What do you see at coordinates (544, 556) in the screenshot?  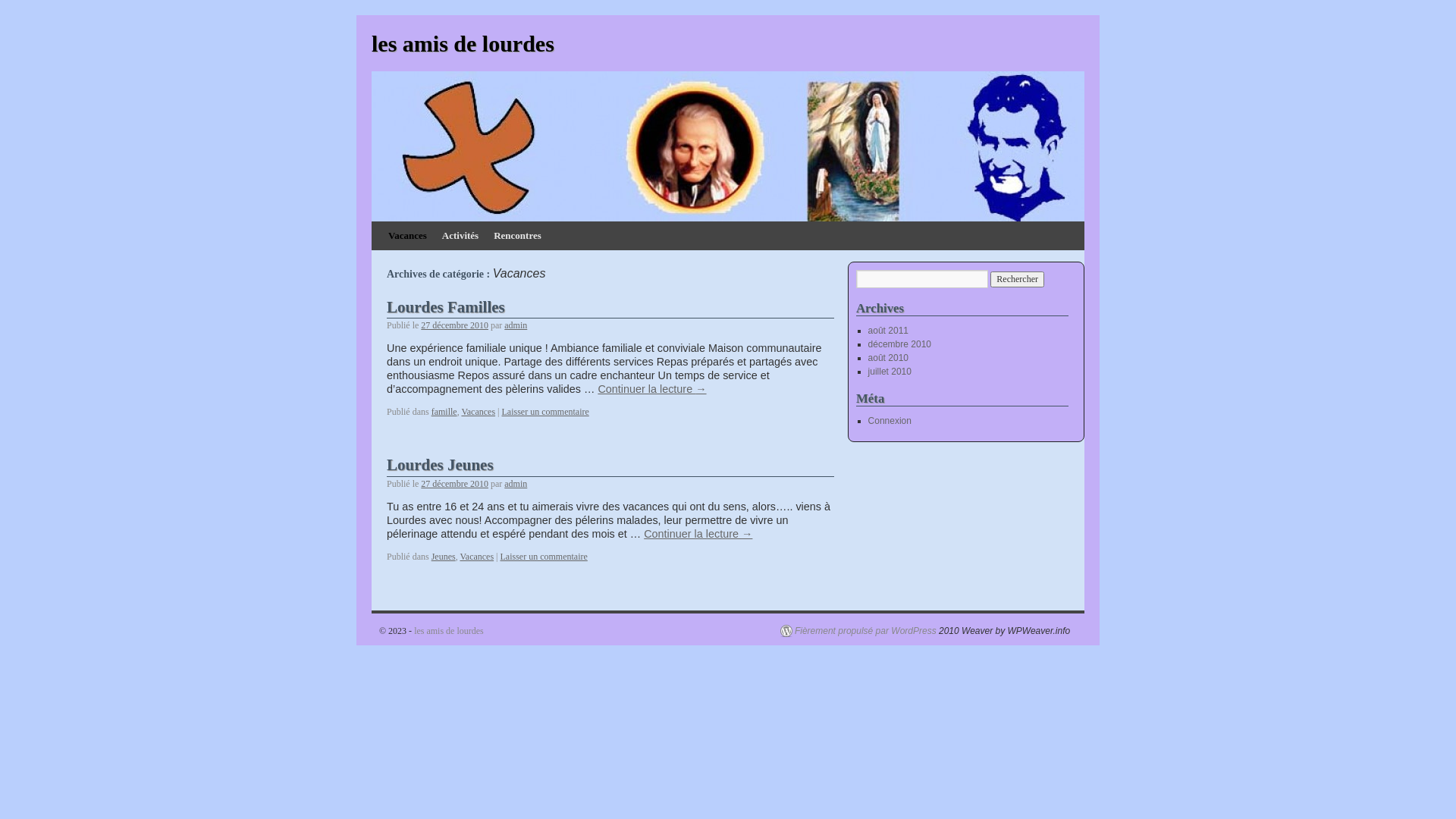 I see `'Laisser un commentaire'` at bounding box center [544, 556].